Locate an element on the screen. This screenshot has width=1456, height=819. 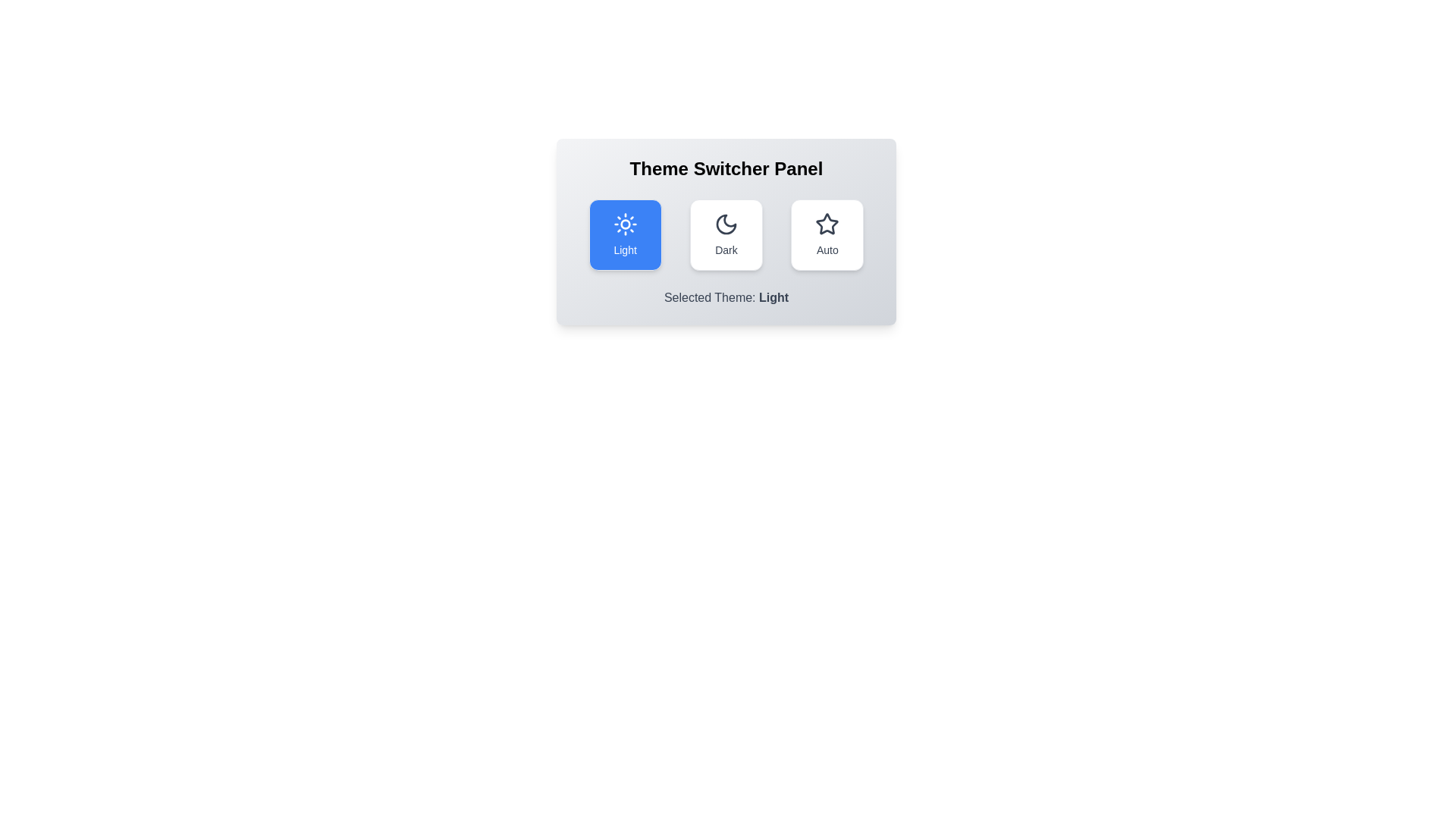
the theme selector button, which is the first button from the left in a row of three buttons is located at coordinates (625, 234).